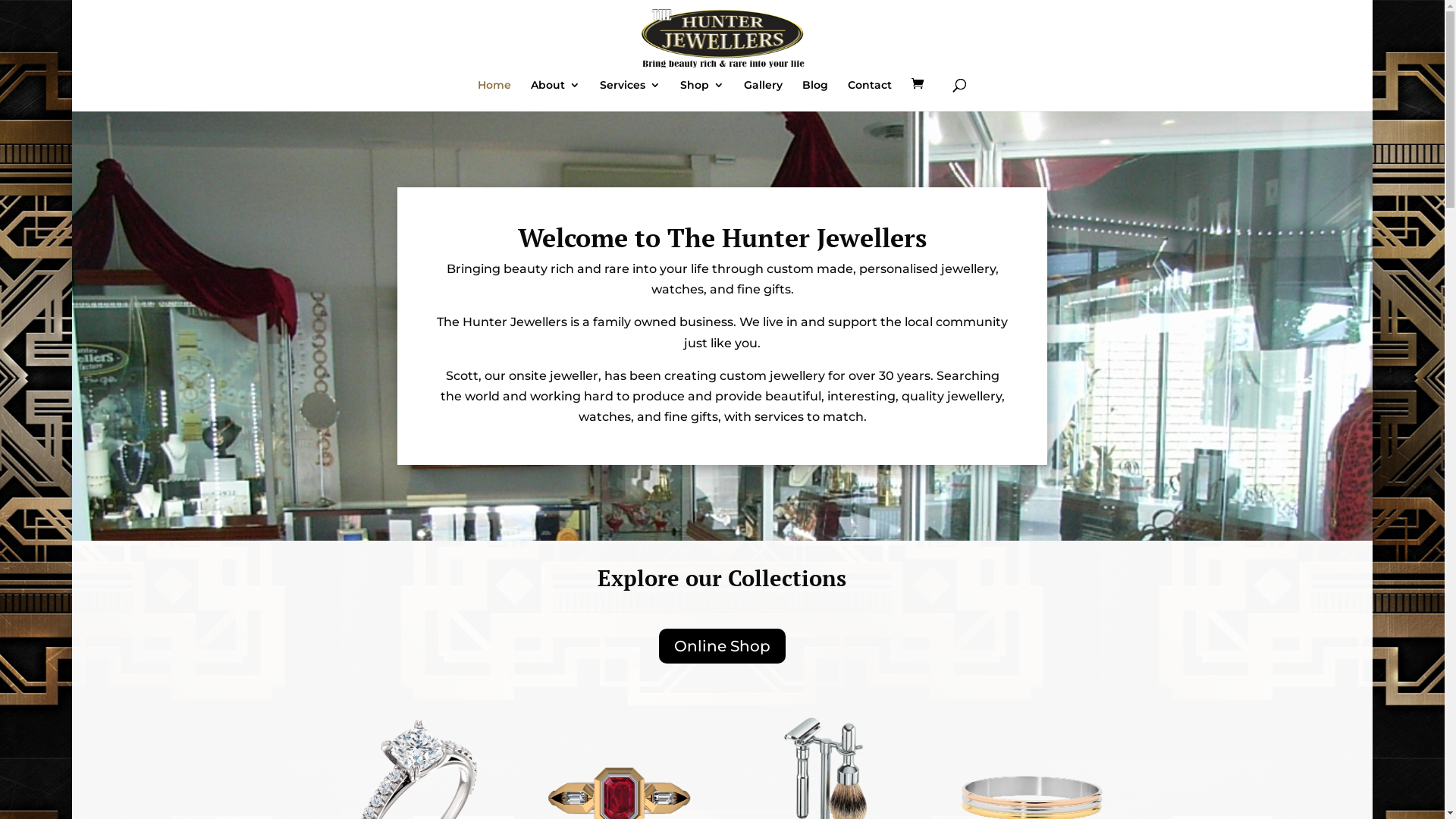 This screenshot has width=1456, height=819. What do you see at coordinates (870, 96) in the screenshot?
I see `'Contact'` at bounding box center [870, 96].